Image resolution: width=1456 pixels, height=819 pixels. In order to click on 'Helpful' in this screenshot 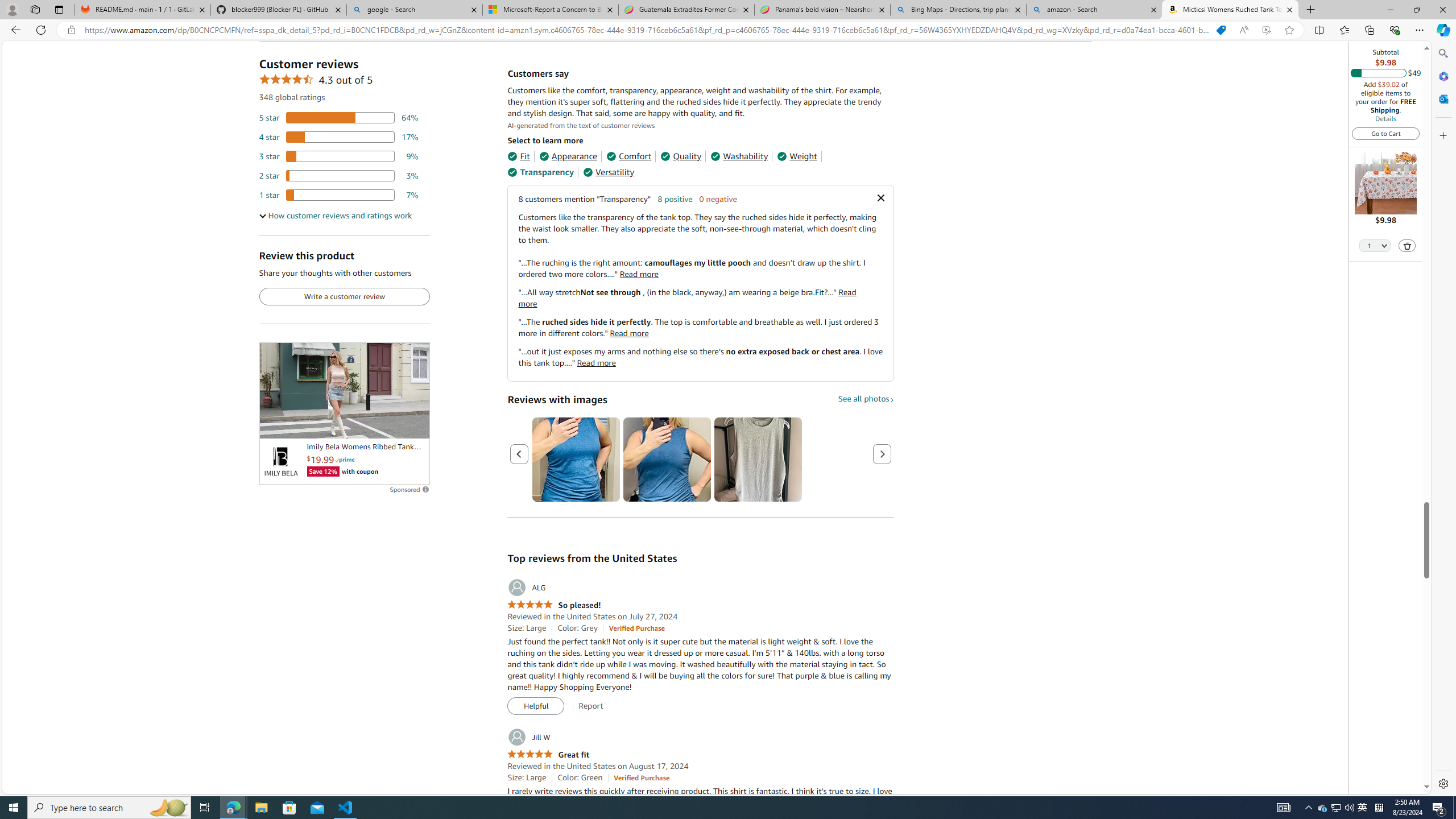, I will do `click(536, 706)`.